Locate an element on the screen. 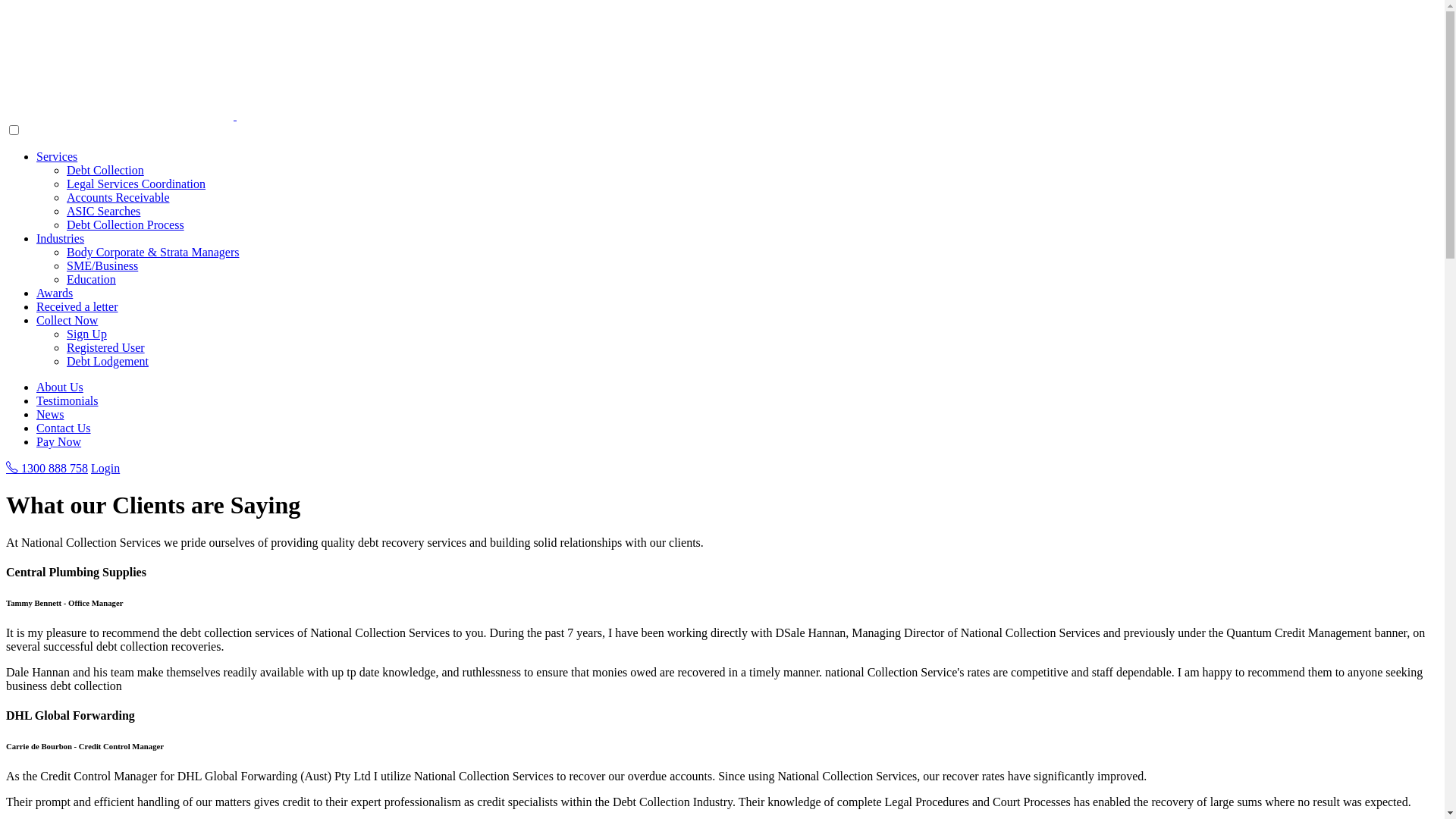  'News' is located at coordinates (50, 414).